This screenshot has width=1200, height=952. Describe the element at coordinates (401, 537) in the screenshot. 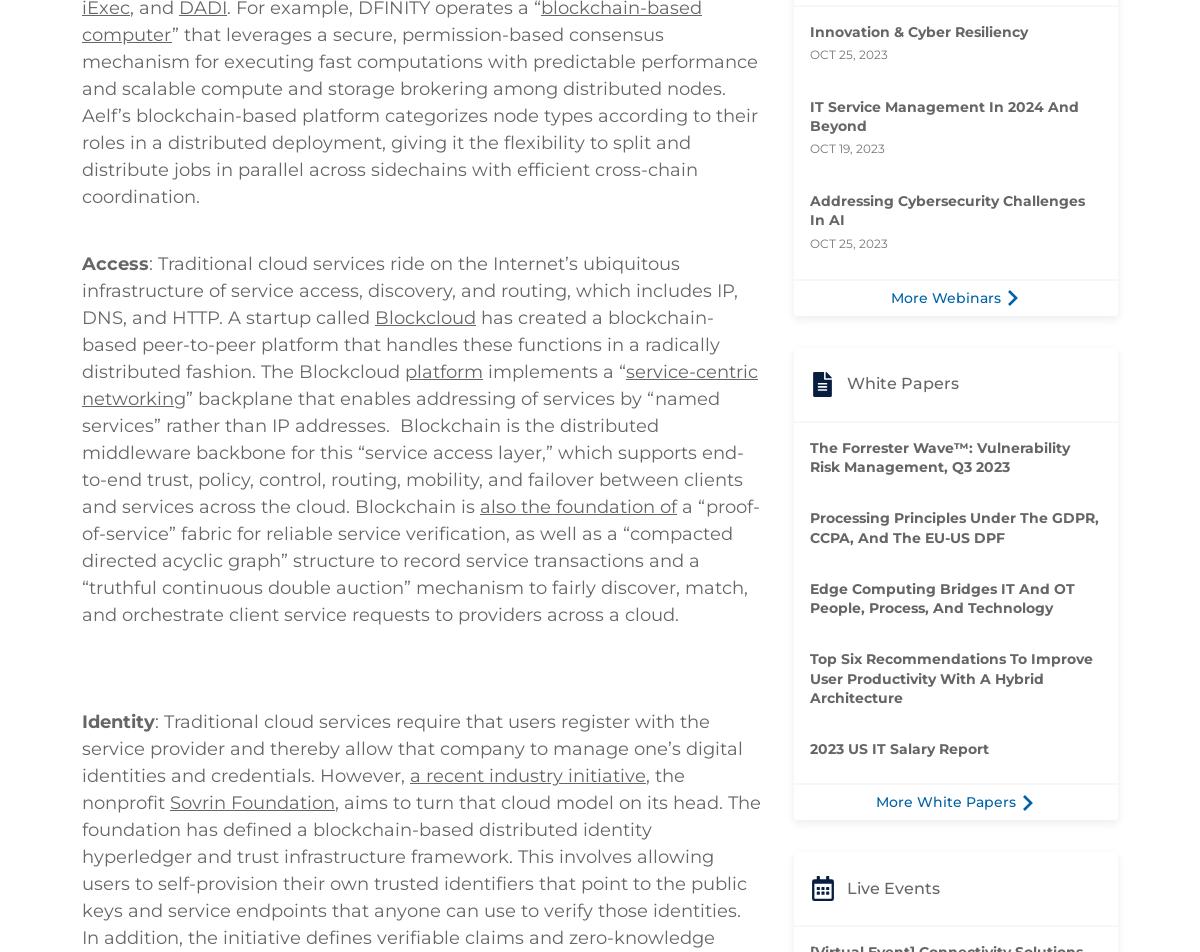

I see `'has created a blockchain-based peer-to-peer platform that handles these functions in a radically distributed fashion. The Blockcloud'` at that location.